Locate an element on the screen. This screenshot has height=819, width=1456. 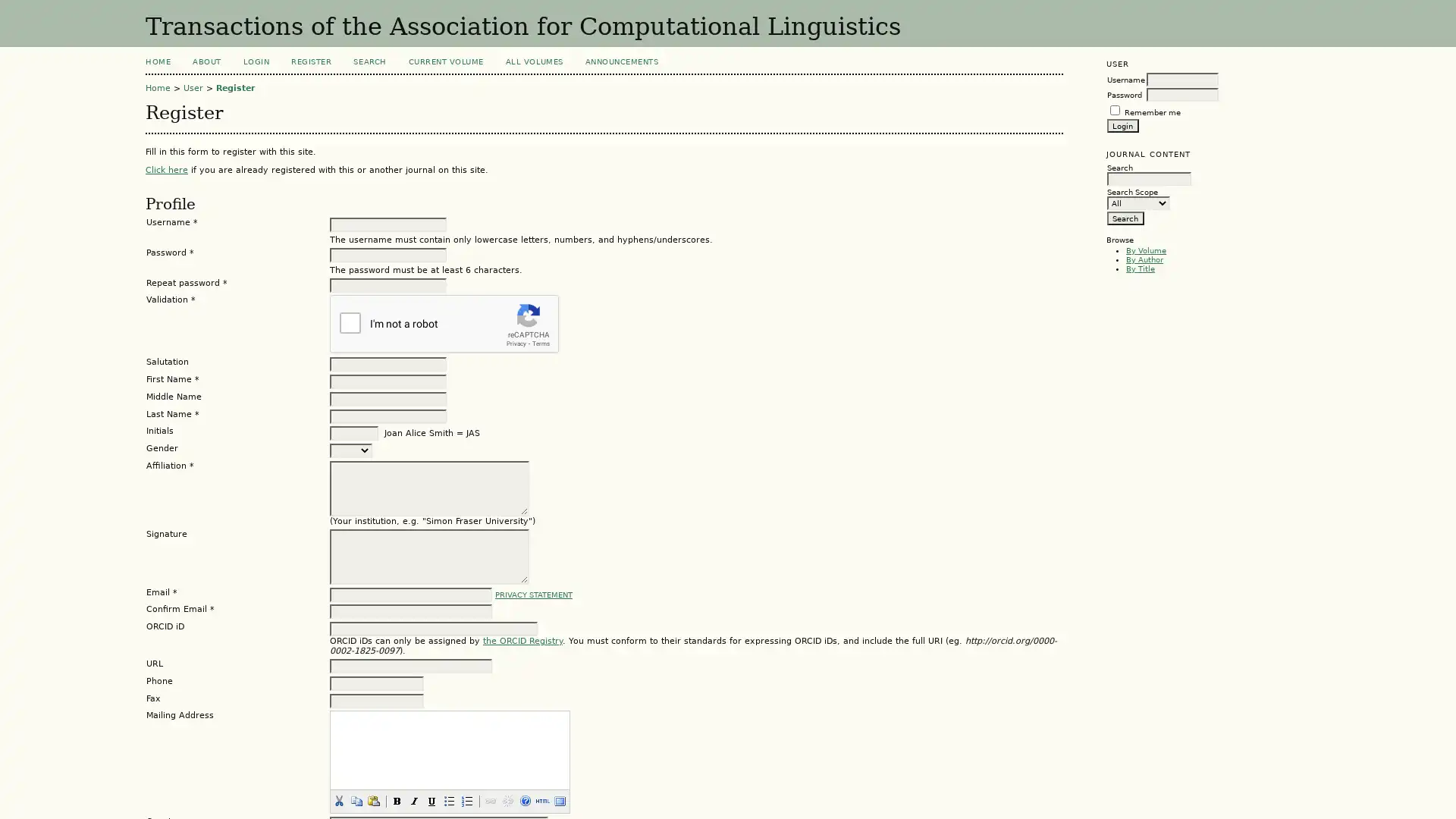
Copy (Ctrl+C) is located at coordinates (355, 800).